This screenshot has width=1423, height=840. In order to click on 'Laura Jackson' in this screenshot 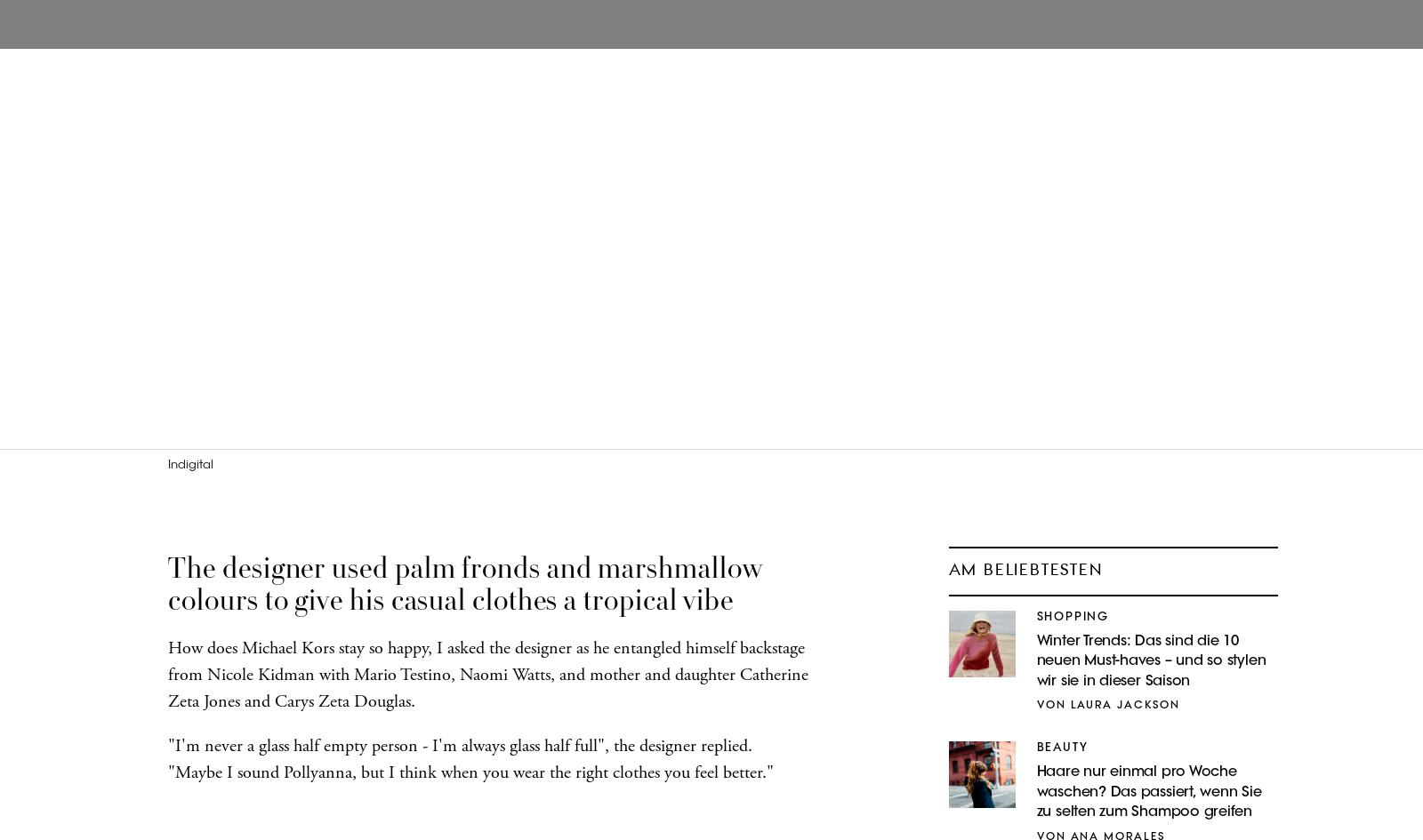, I will do `click(1069, 704)`.